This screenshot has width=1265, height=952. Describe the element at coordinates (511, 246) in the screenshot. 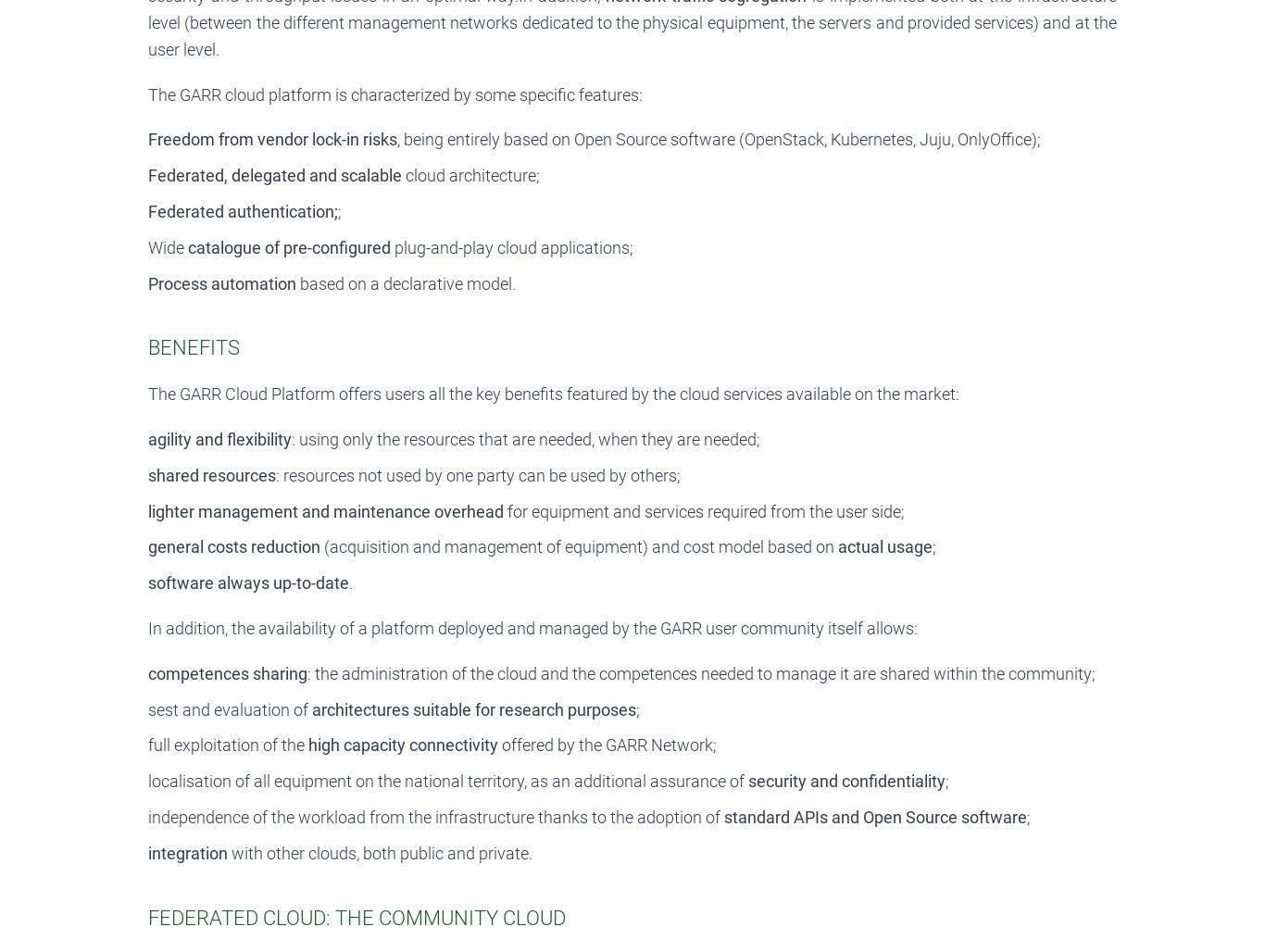

I see `'plug-and-play cloud applications;'` at that location.